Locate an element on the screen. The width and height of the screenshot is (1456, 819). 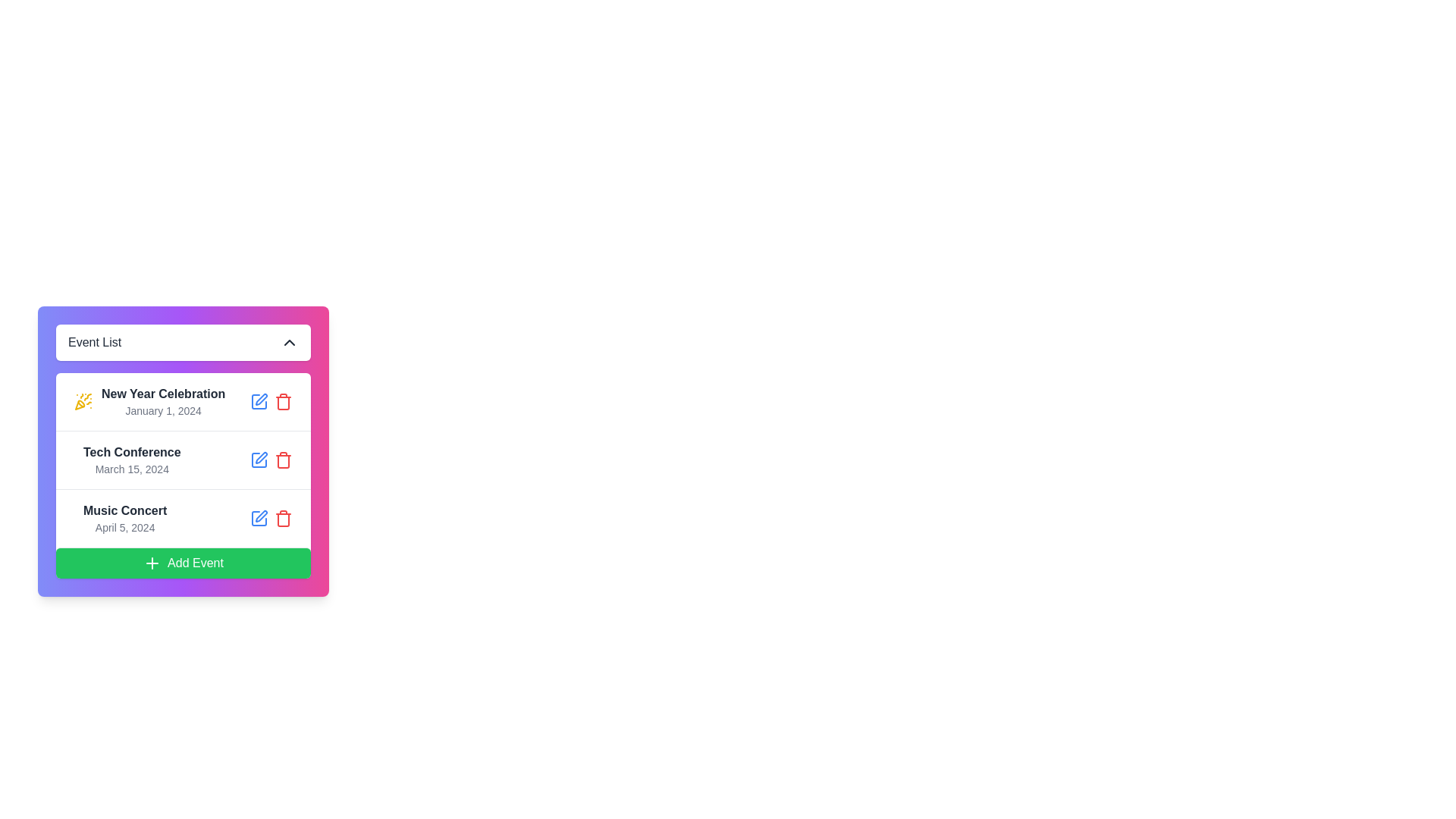
the second item in the 'Event List', which displays details of the 'Tech Conference' is located at coordinates (182, 459).